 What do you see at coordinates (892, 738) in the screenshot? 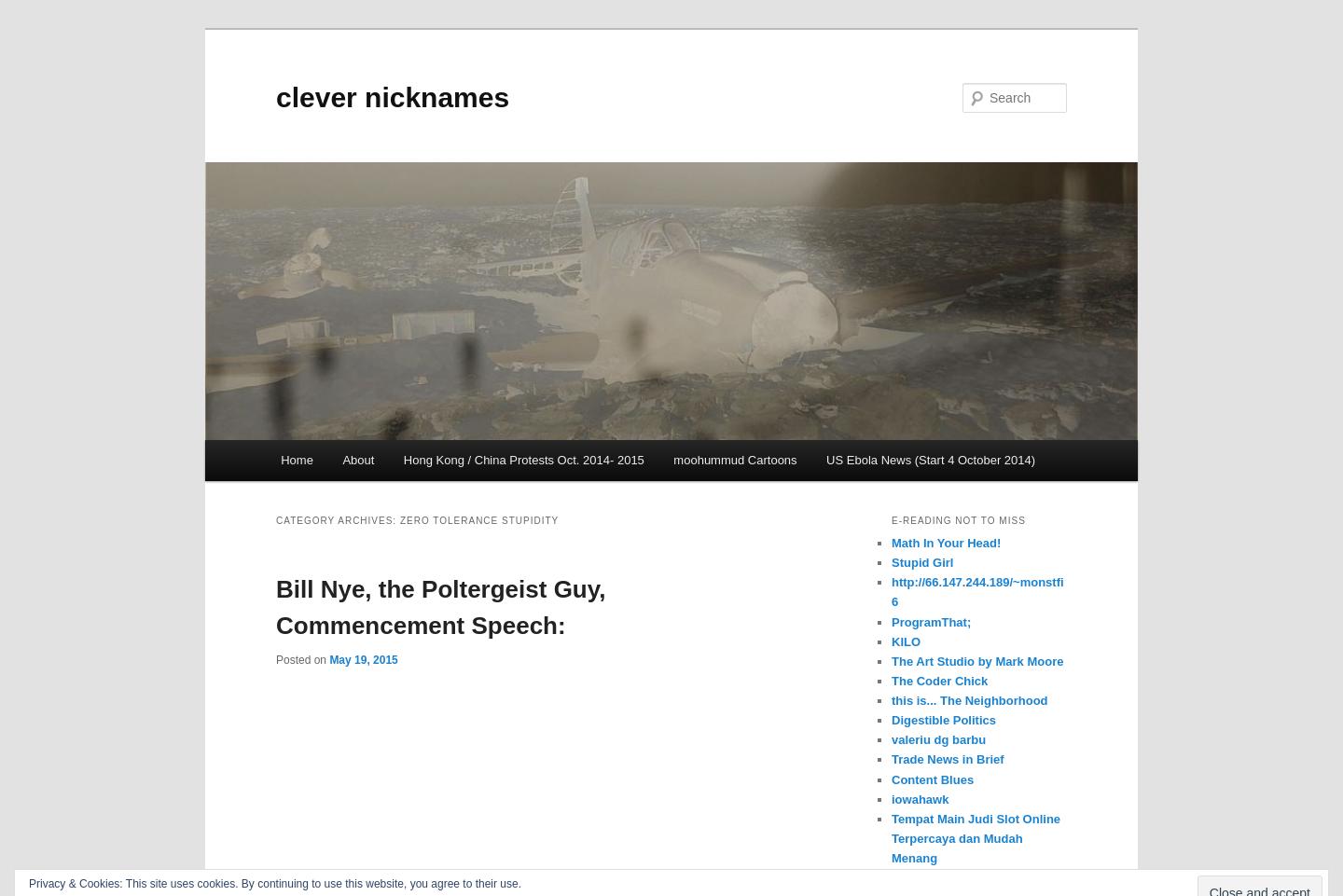
I see `'valeriu dg barbu'` at bounding box center [892, 738].